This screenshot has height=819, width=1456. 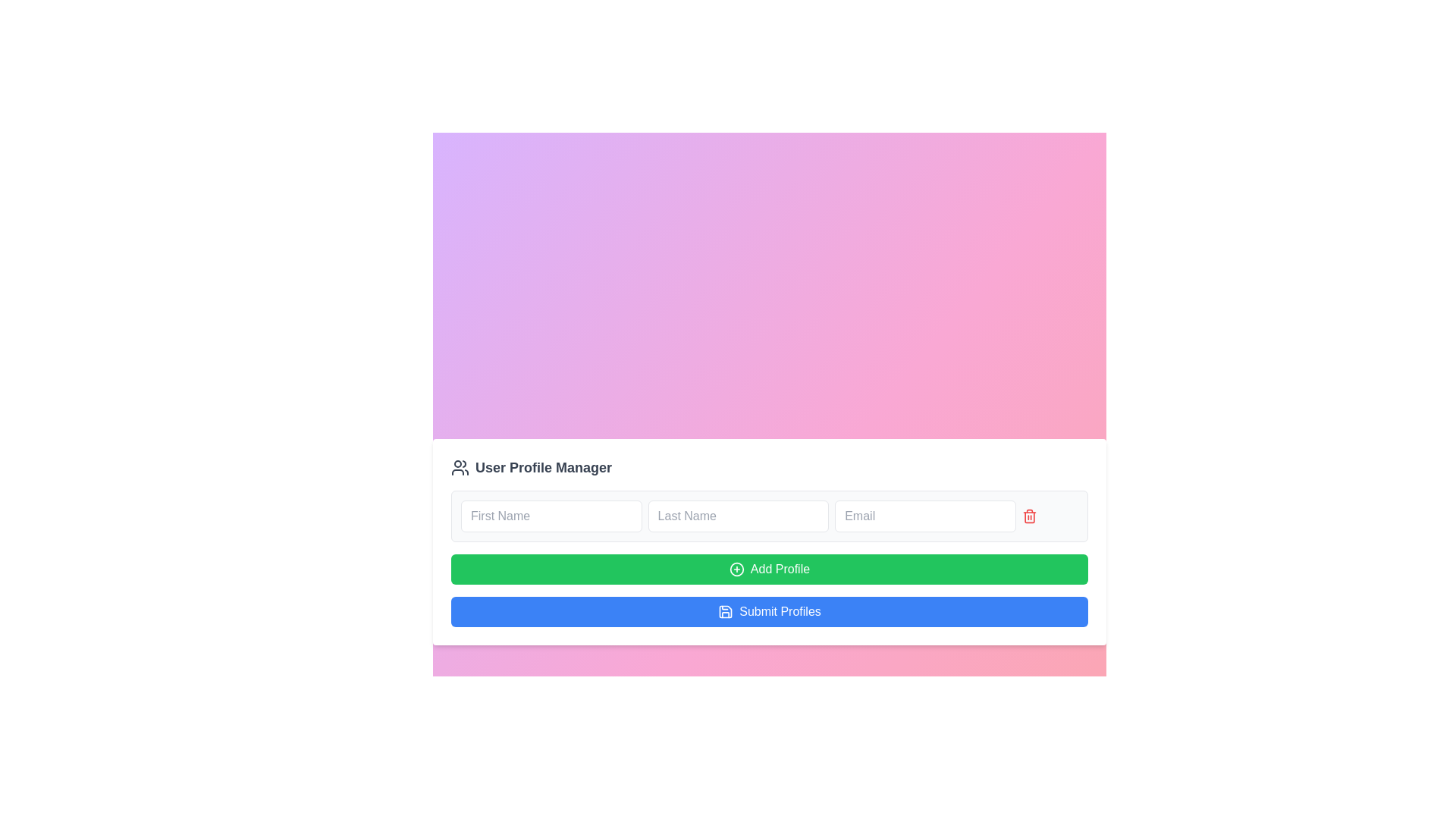 What do you see at coordinates (736, 570) in the screenshot?
I see `the circular icon with a plus sign in its center, which is centrally aligned within the green 'Add Profile' button` at bounding box center [736, 570].